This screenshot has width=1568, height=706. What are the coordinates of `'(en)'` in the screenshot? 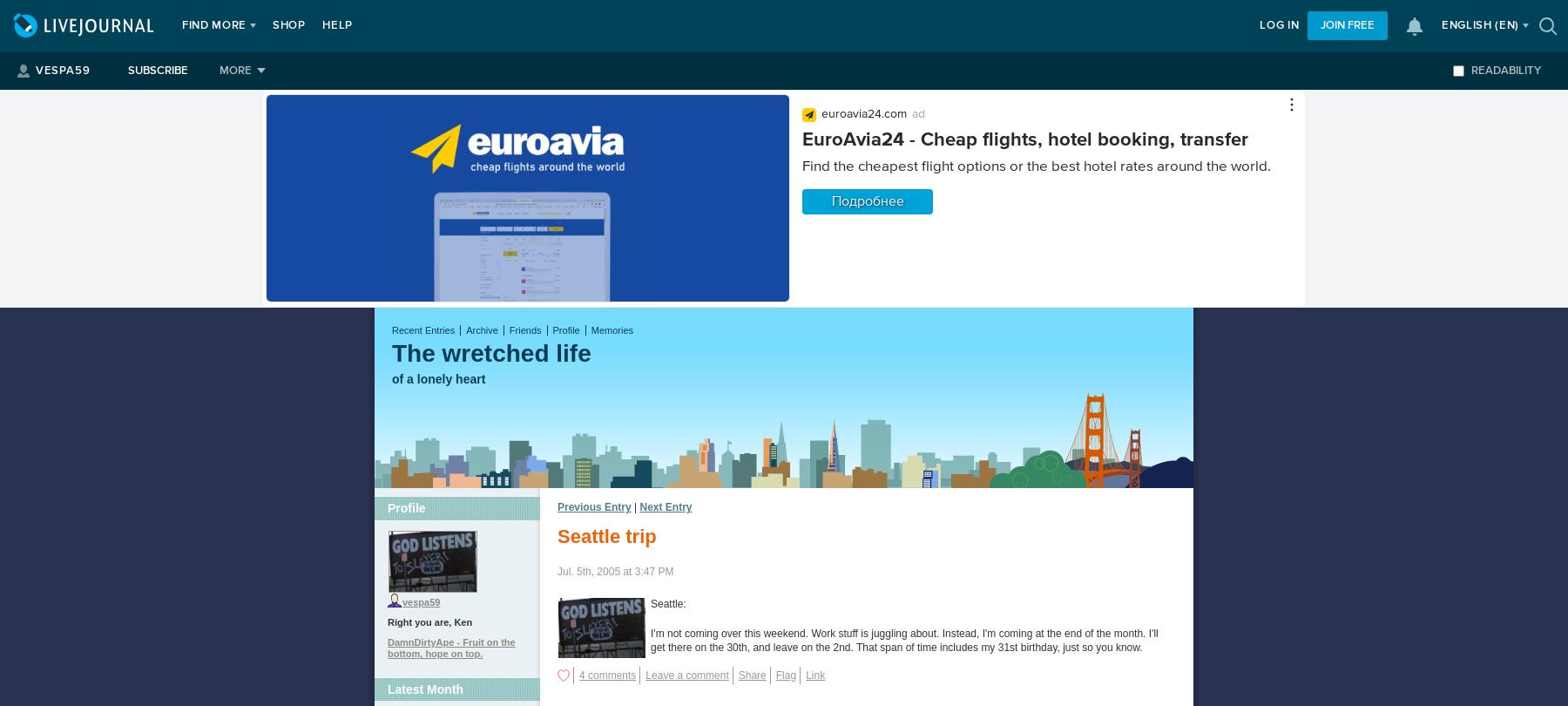 It's located at (1506, 25).